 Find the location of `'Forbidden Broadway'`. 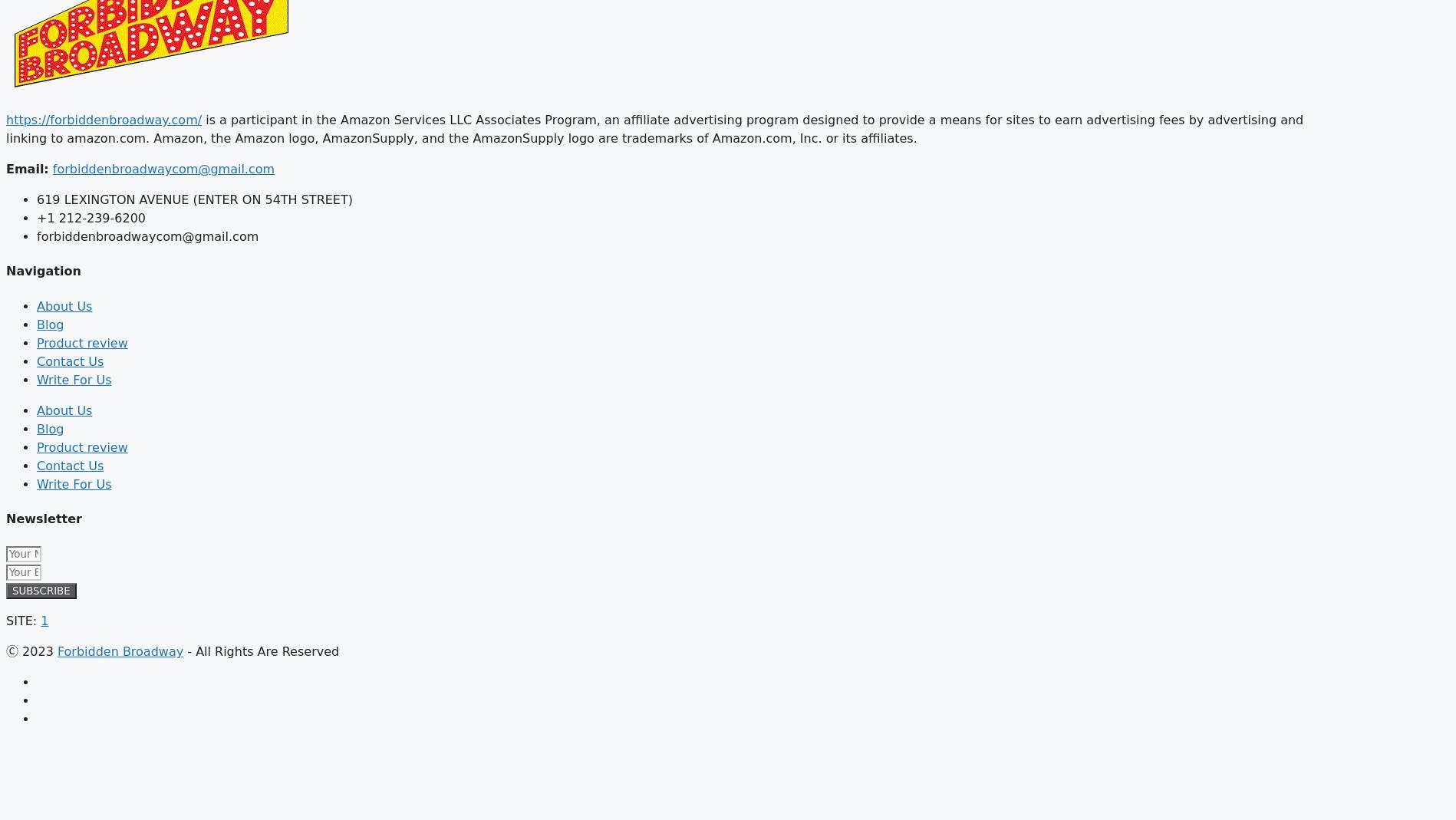

'Forbidden Broadway' is located at coordinates (120, 651).